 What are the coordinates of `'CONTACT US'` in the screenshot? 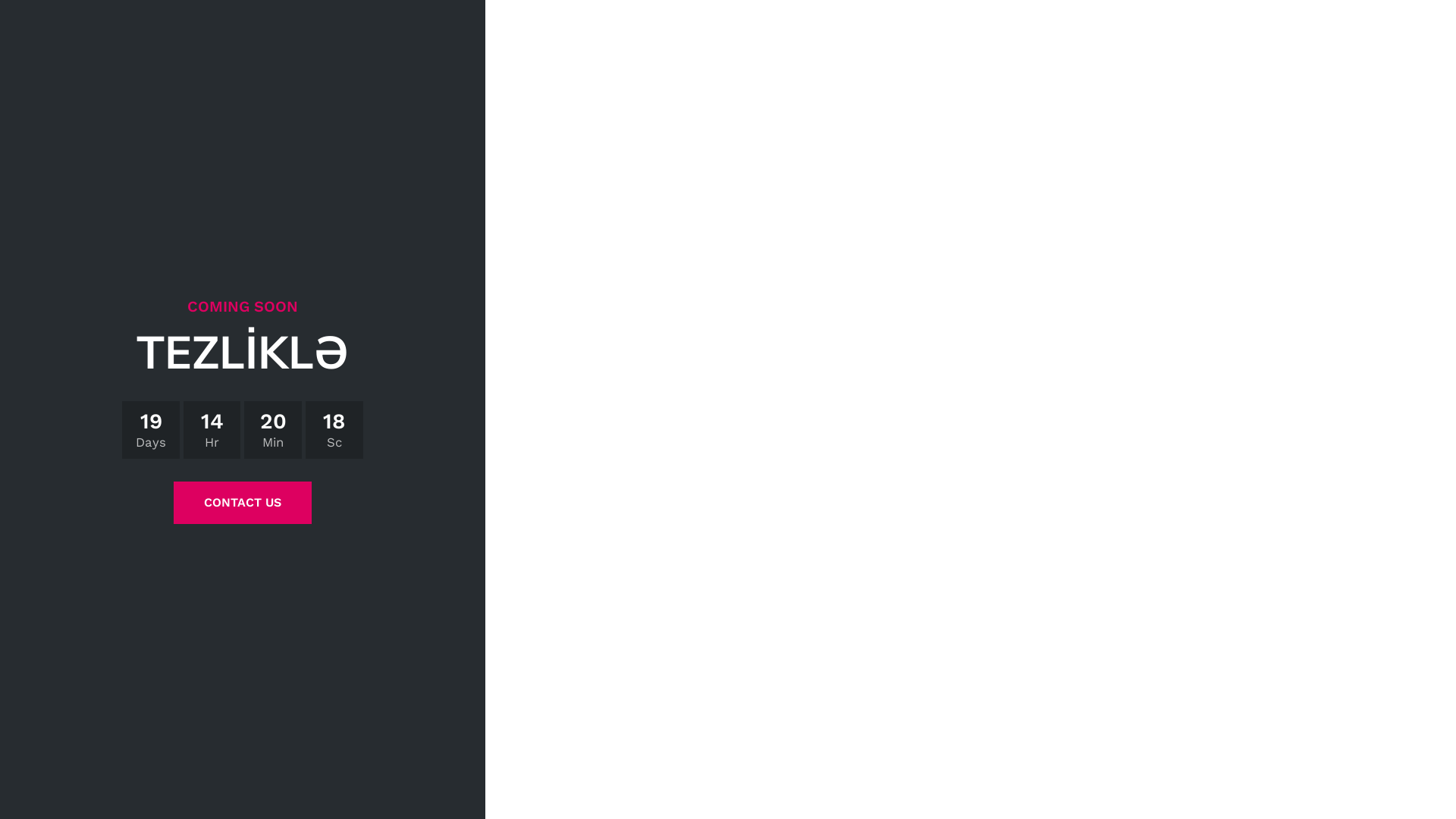 It's located at (243, 503).